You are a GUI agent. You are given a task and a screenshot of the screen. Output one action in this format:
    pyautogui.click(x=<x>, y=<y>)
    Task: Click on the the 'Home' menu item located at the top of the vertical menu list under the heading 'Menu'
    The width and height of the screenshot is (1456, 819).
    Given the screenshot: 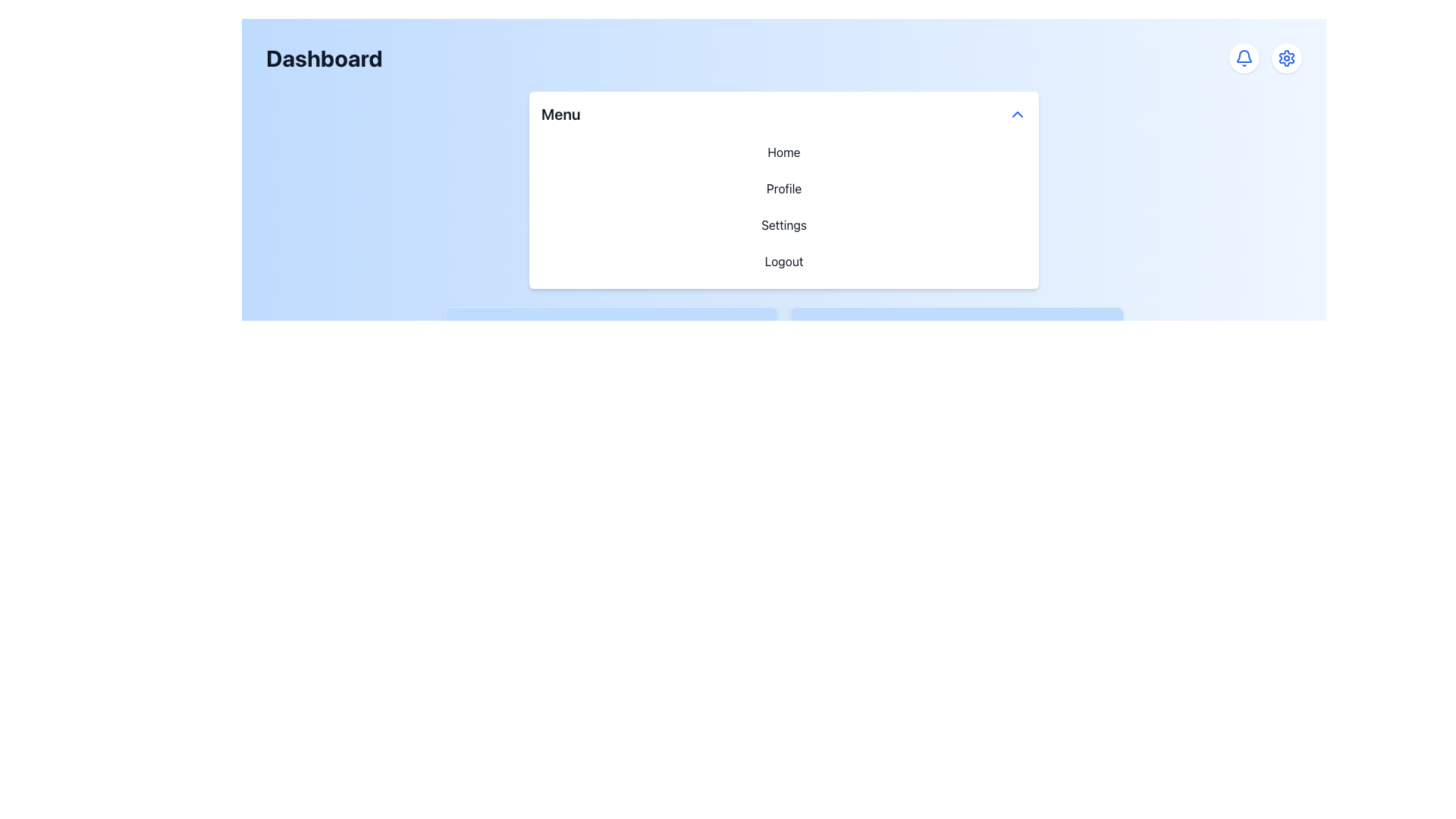 What is the action you would take?
    pyautogui.click(x=783, y=152)
    